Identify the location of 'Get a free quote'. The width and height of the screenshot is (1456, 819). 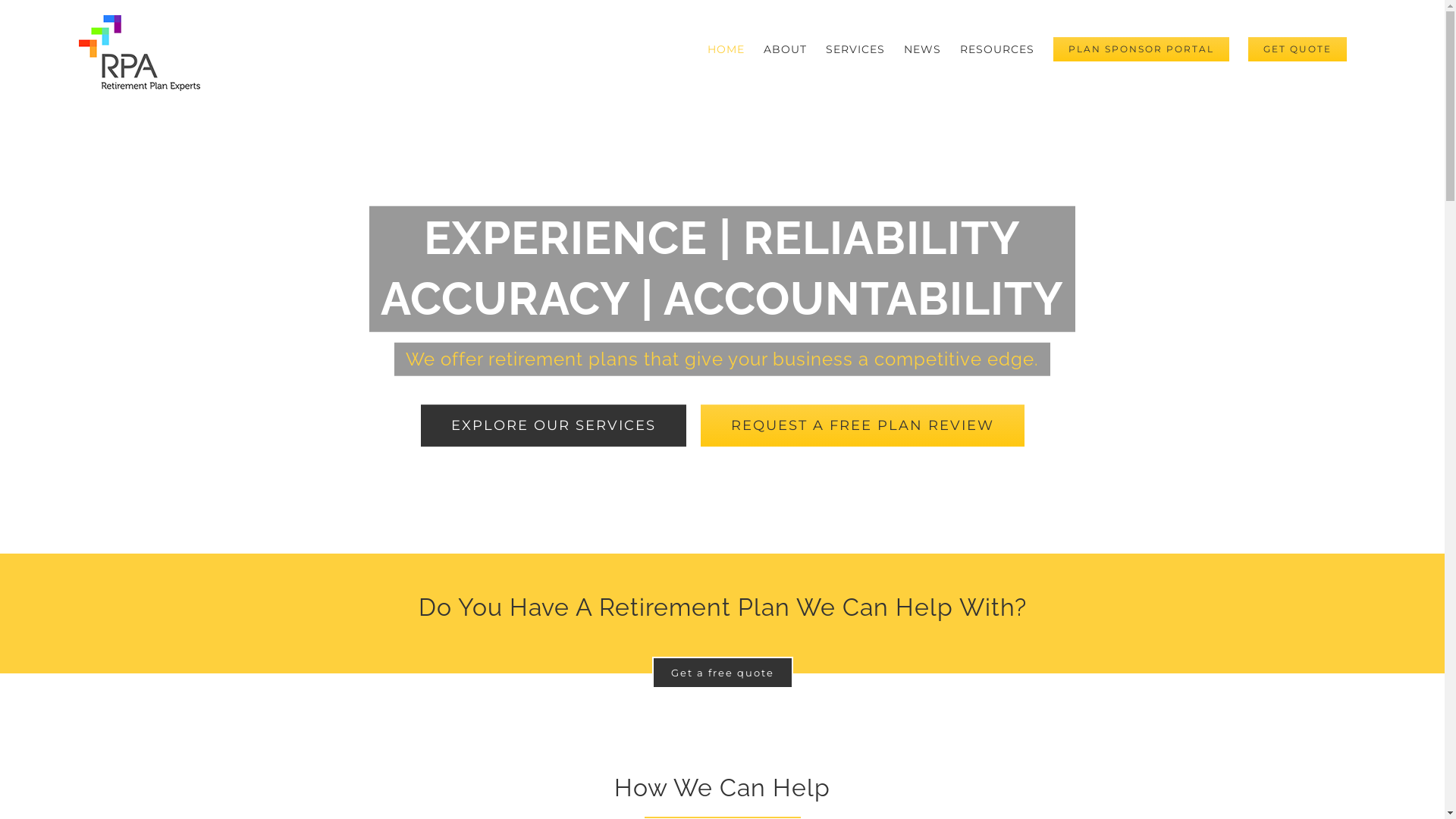
(722, 672).